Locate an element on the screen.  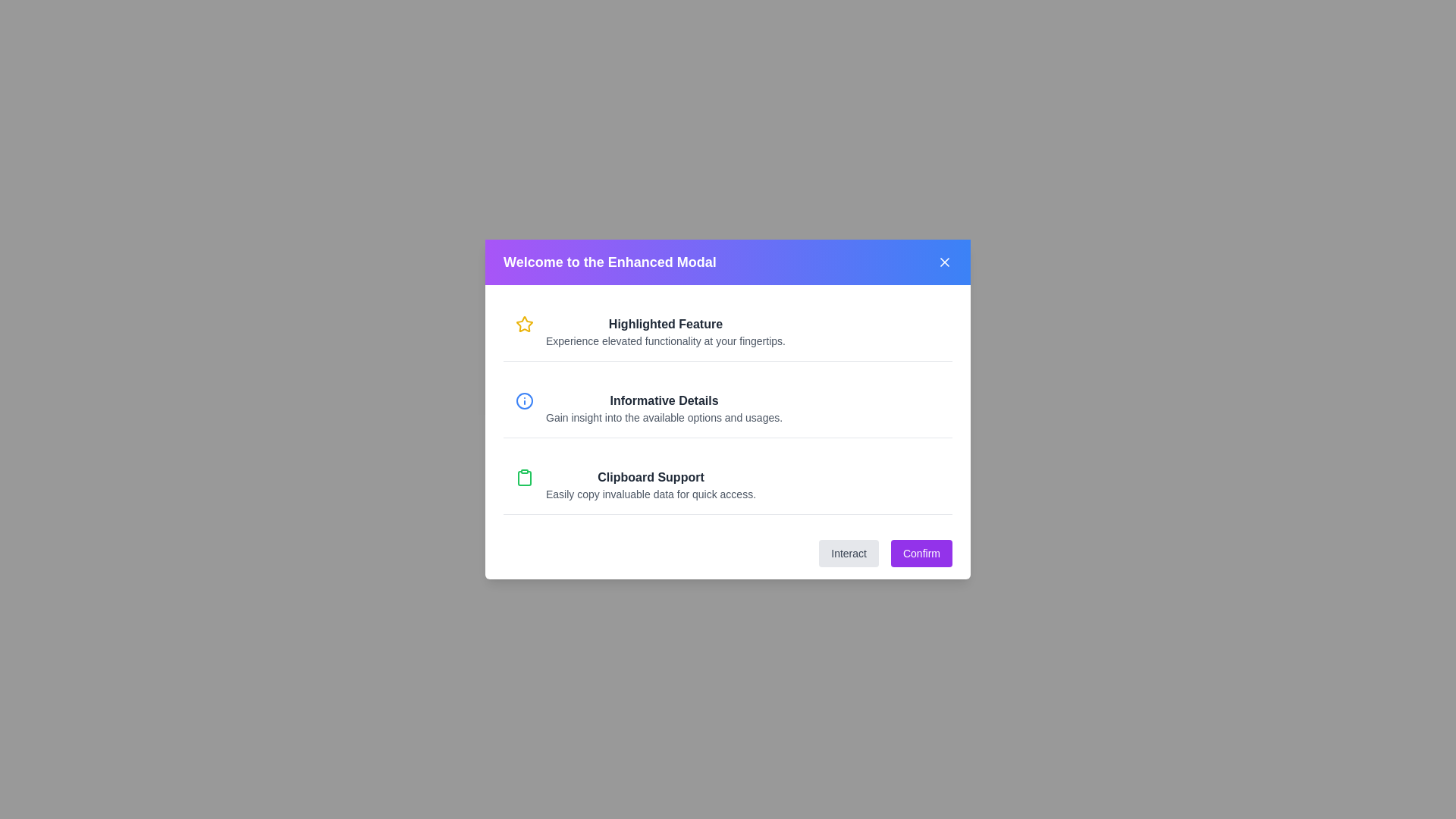
the blue circular icon with an information symbol (the letter 'i') in the center, located in the modal dialog to the left of the text 'Informative Details' is located at coordinates (524, 400).